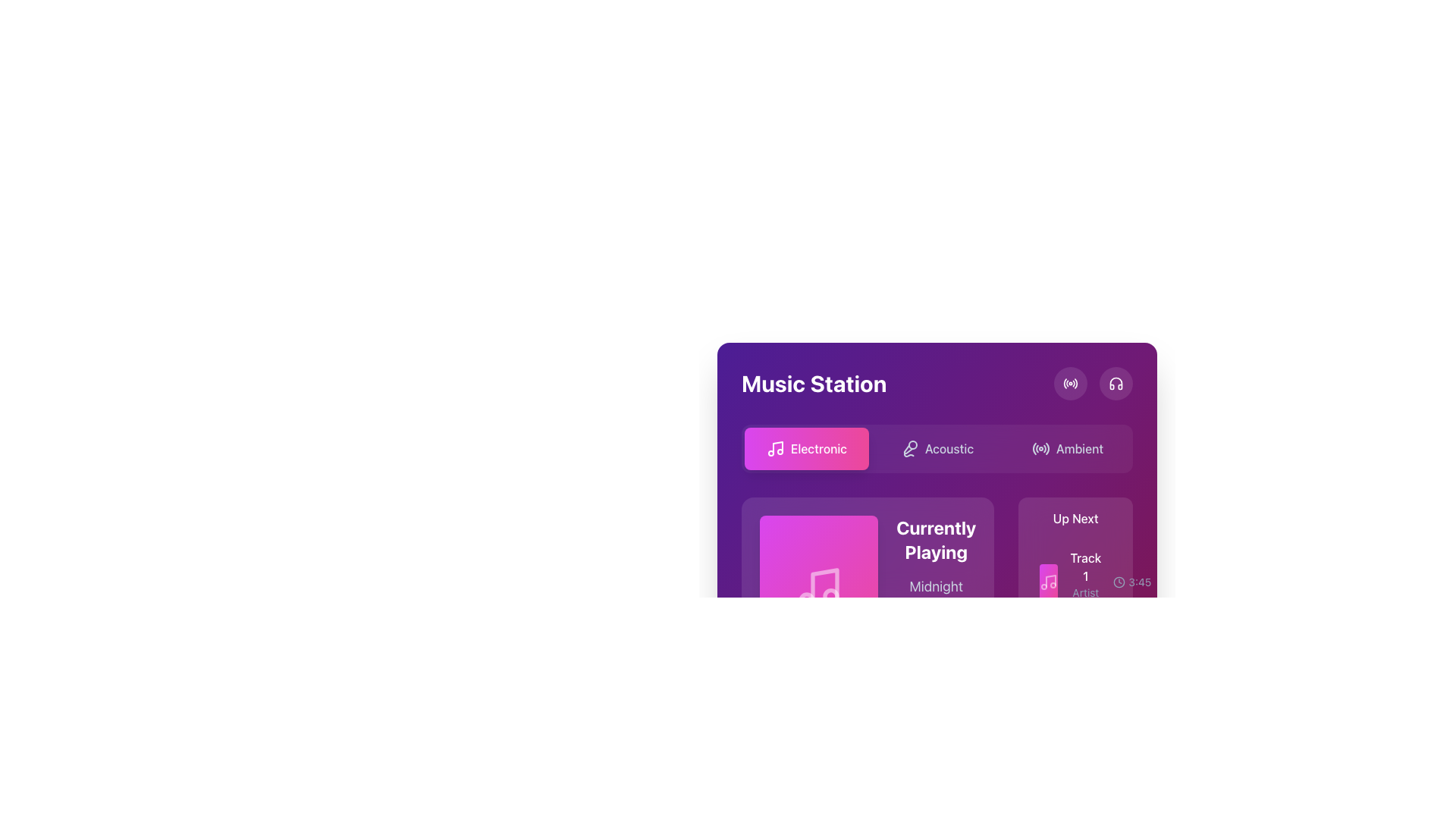 The width and height of the screenshot is (1456, 819). What do you see at coordinates (806, 599) in the screenshot?
I see `the decorative Graphical Circle SVG element located at the bottom left of the music-themed interface` at bounding box center [806, 599].